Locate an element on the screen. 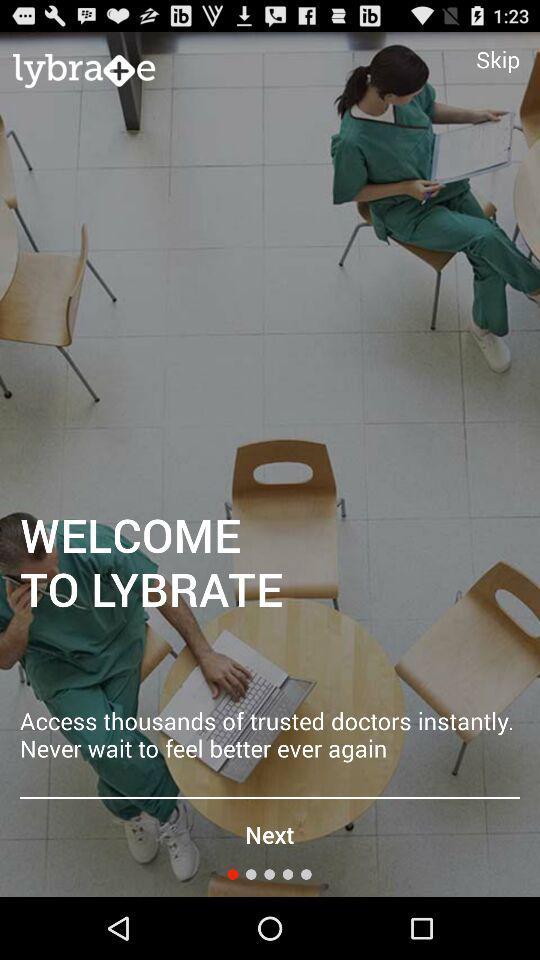 The width and height of the screenshot is (540, 960). the skip item is located at coordinates (497, 58).